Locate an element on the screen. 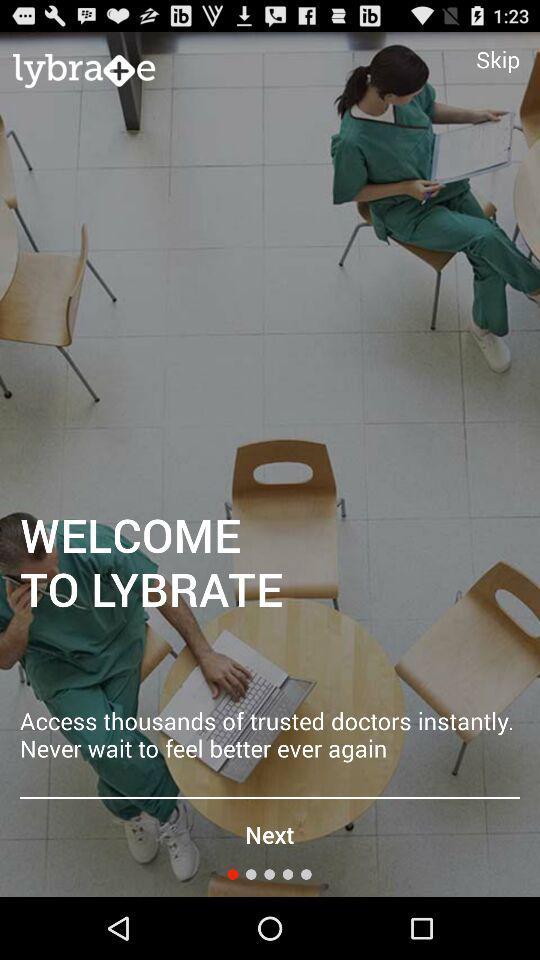 The width and height of the screenshot is (540, 960). the skip item is located at coordinates (497, 58).